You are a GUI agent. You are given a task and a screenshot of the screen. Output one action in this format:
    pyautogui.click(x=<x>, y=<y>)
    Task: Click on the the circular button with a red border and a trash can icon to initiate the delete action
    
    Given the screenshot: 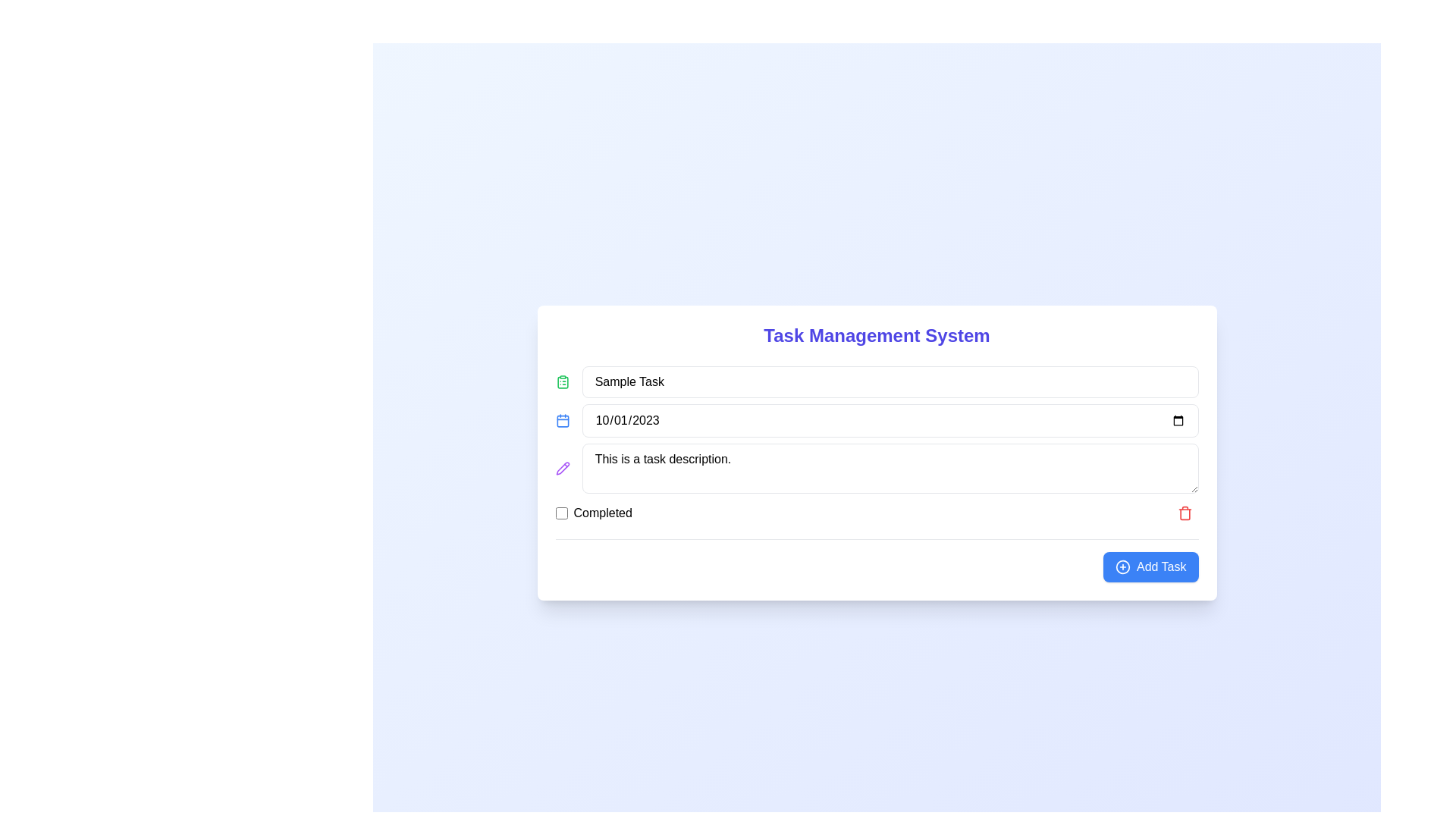 What is the action you would take?
    pyautogui.click(x=1184, y=512)
    